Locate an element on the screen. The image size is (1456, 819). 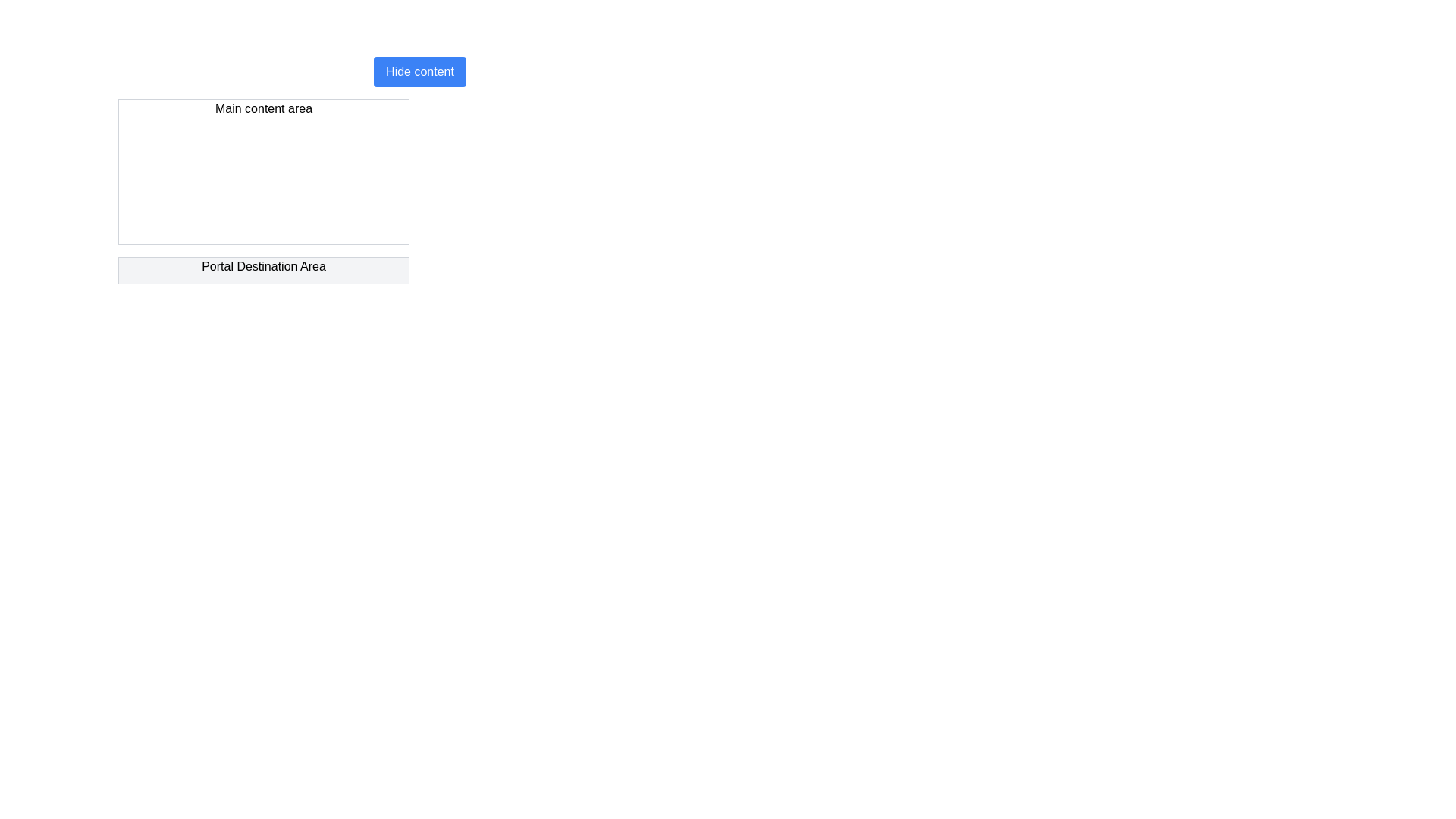
the rectangular button labeled 'Hide content' with a blue background is located at coordinates (419, 72).